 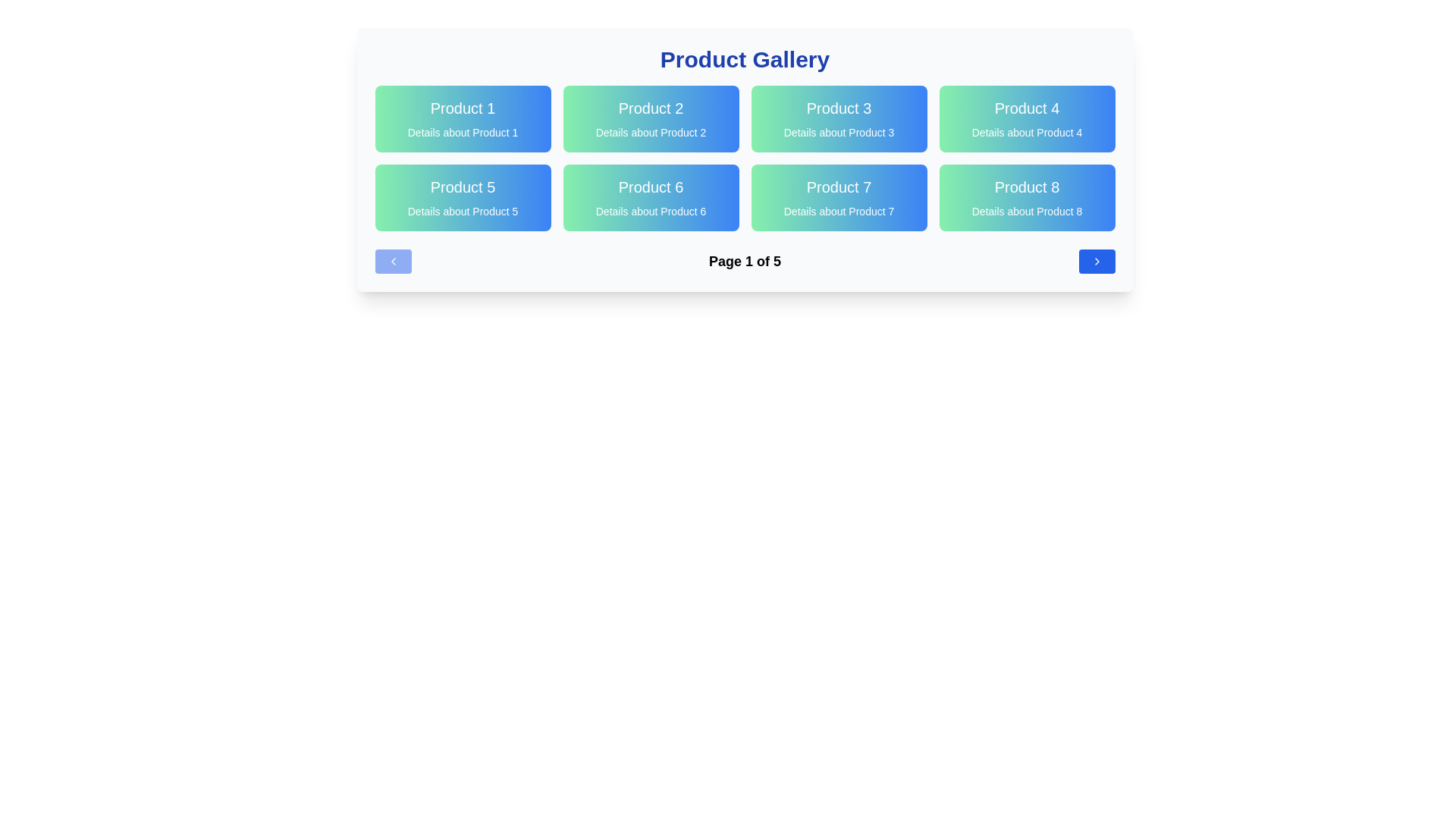 I want to click on the text label that contains 'Details about Product 3' which is styled with a smaller font size and is located beneath the title 'Product 3' in the product card gallery, so click(x=838, y=131).